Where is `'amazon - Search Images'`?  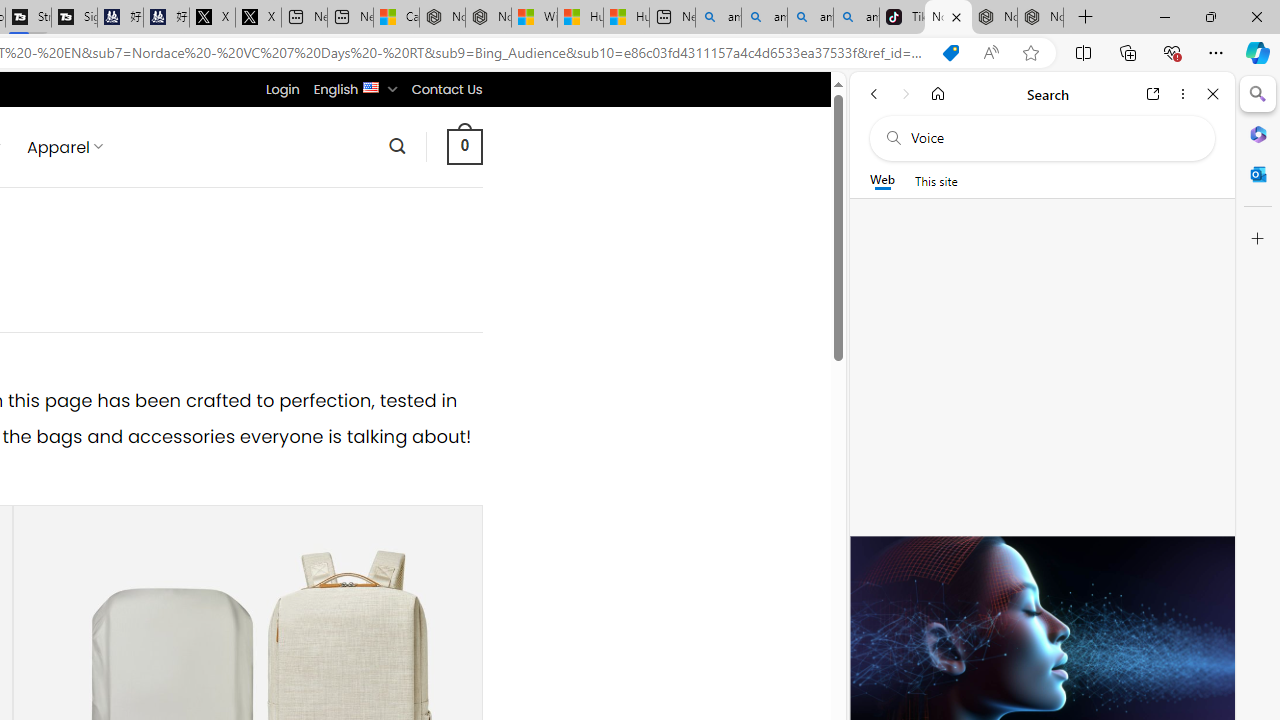 'amazon - Search Images' is located at coordinates (856, 17).